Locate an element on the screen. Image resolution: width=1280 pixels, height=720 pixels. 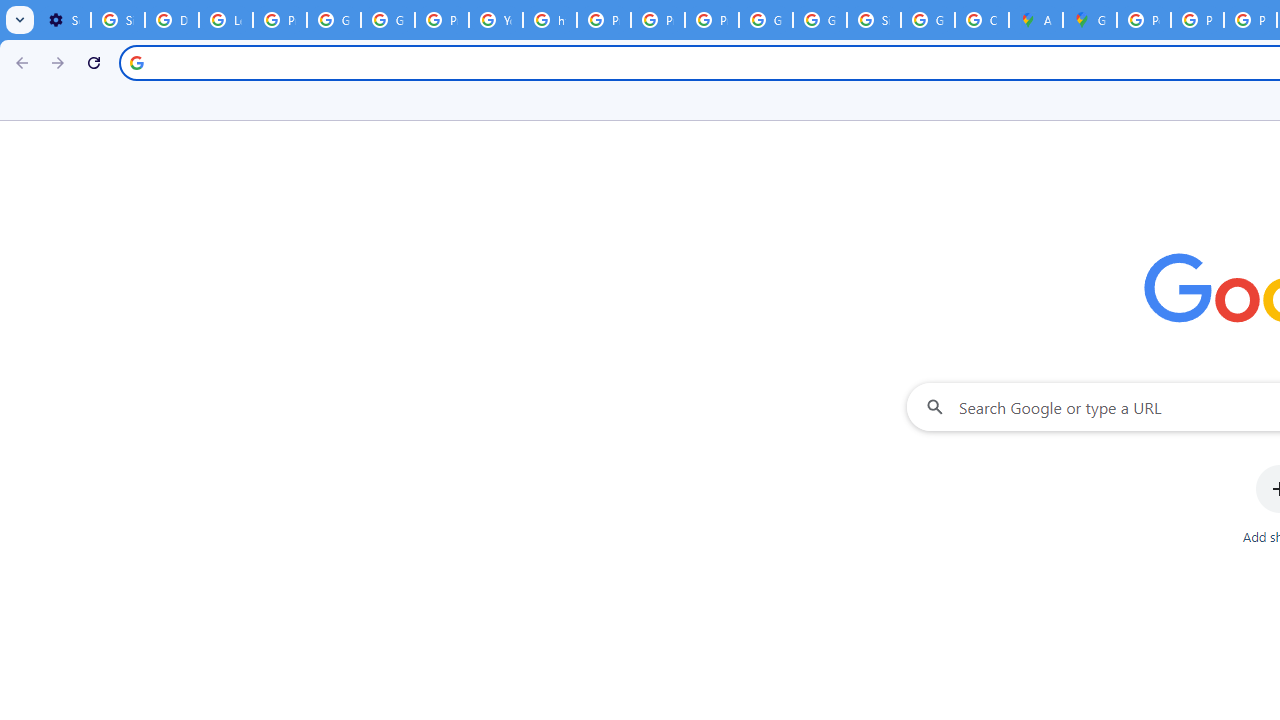
'Google Account Help' is located at coordinates (334, 20).